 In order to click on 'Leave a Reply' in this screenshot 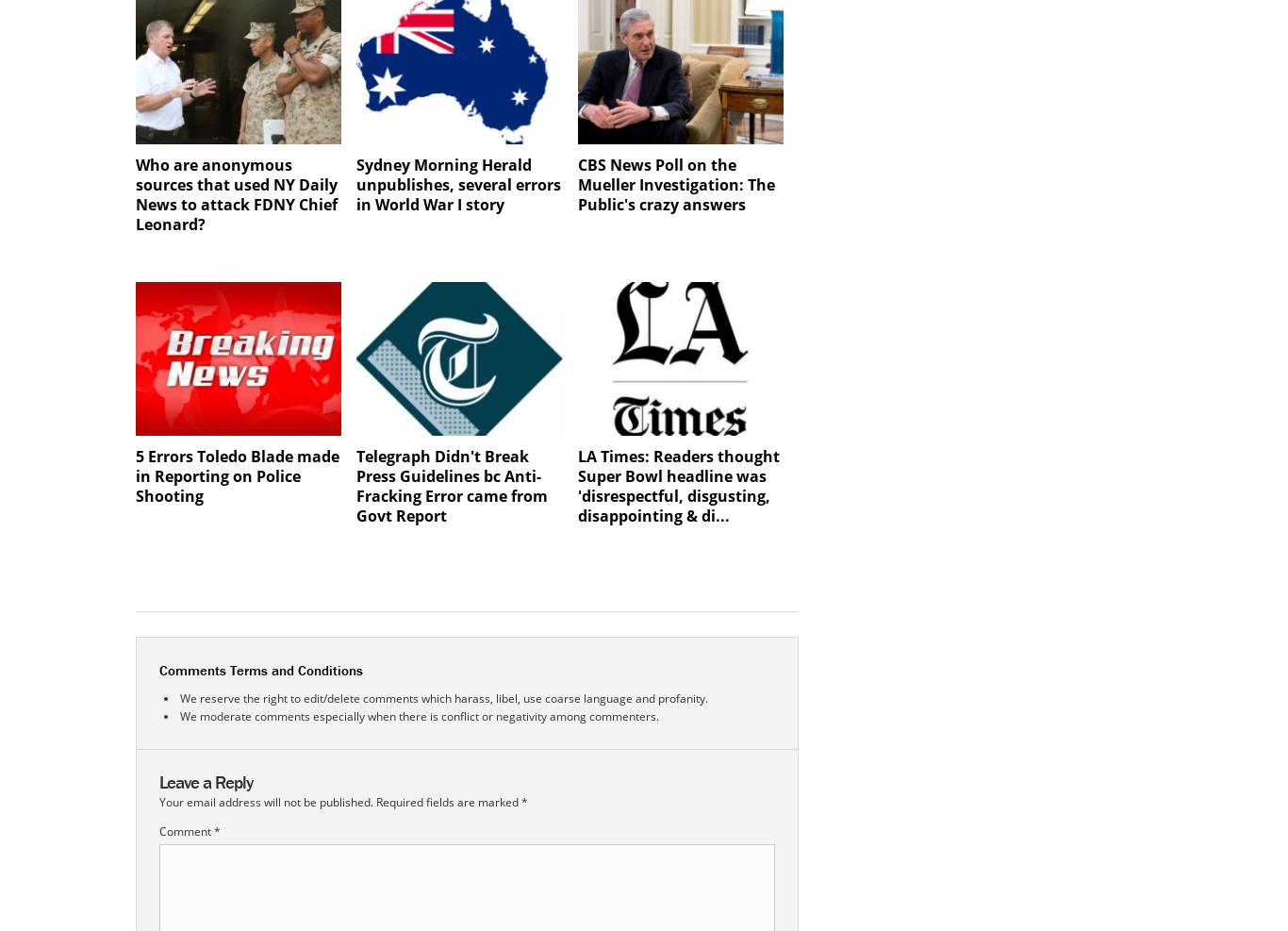, I will do `click(205, 780)`.